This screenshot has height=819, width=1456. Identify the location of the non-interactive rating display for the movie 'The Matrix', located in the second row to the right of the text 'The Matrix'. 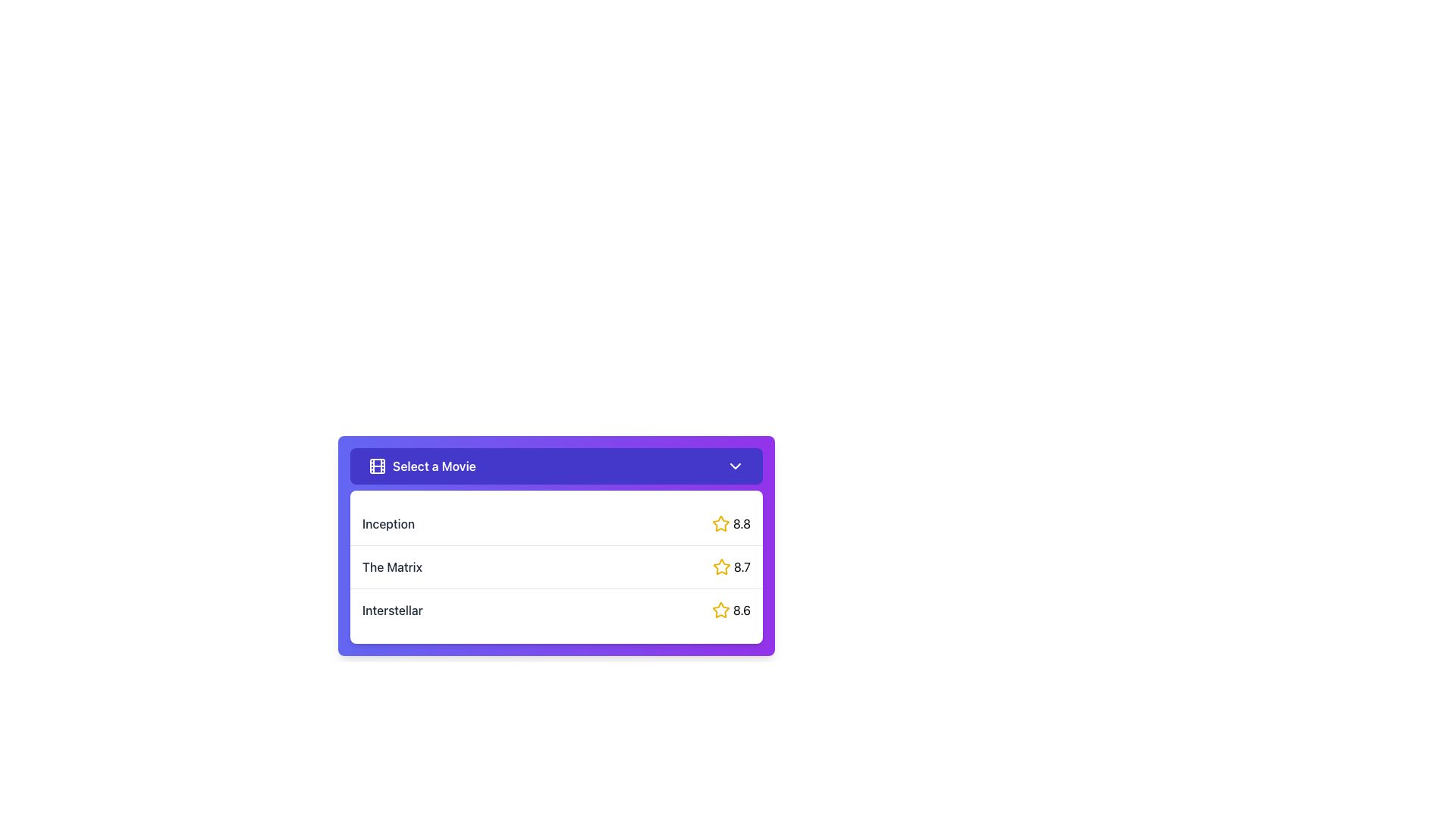
(731, 567).